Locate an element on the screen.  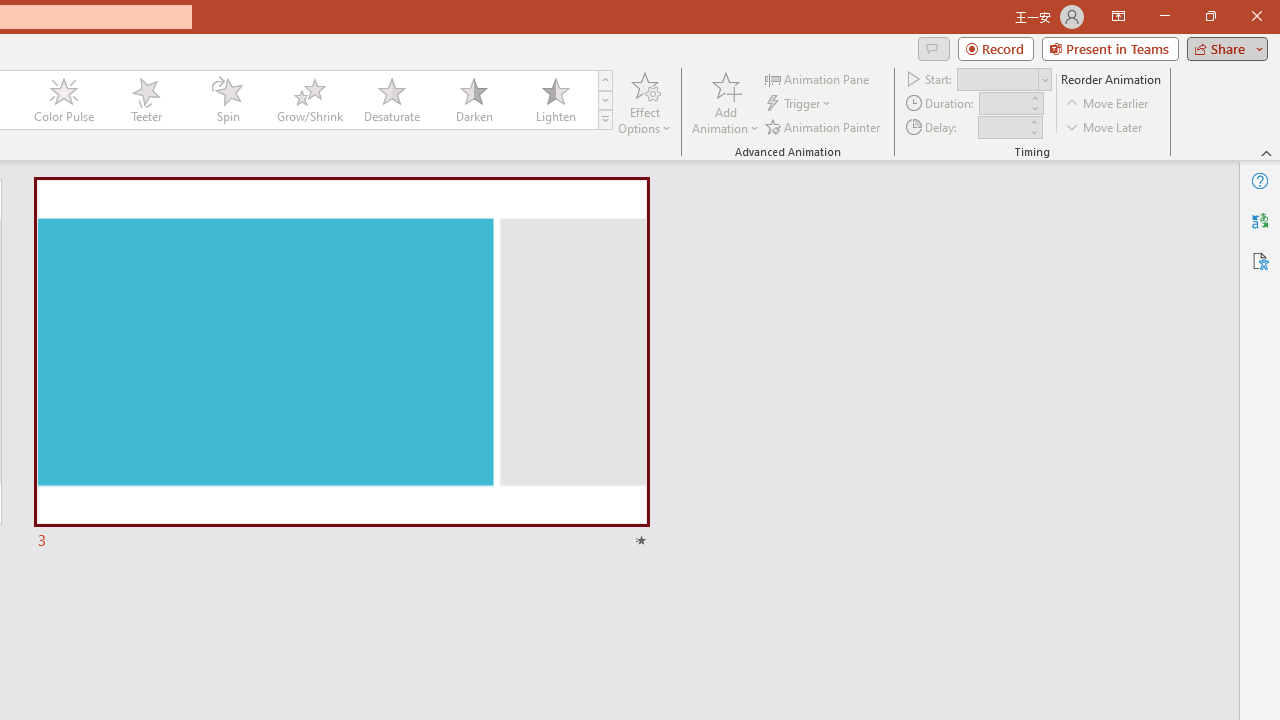
'Trigger' is located at coordinates (800, 103).